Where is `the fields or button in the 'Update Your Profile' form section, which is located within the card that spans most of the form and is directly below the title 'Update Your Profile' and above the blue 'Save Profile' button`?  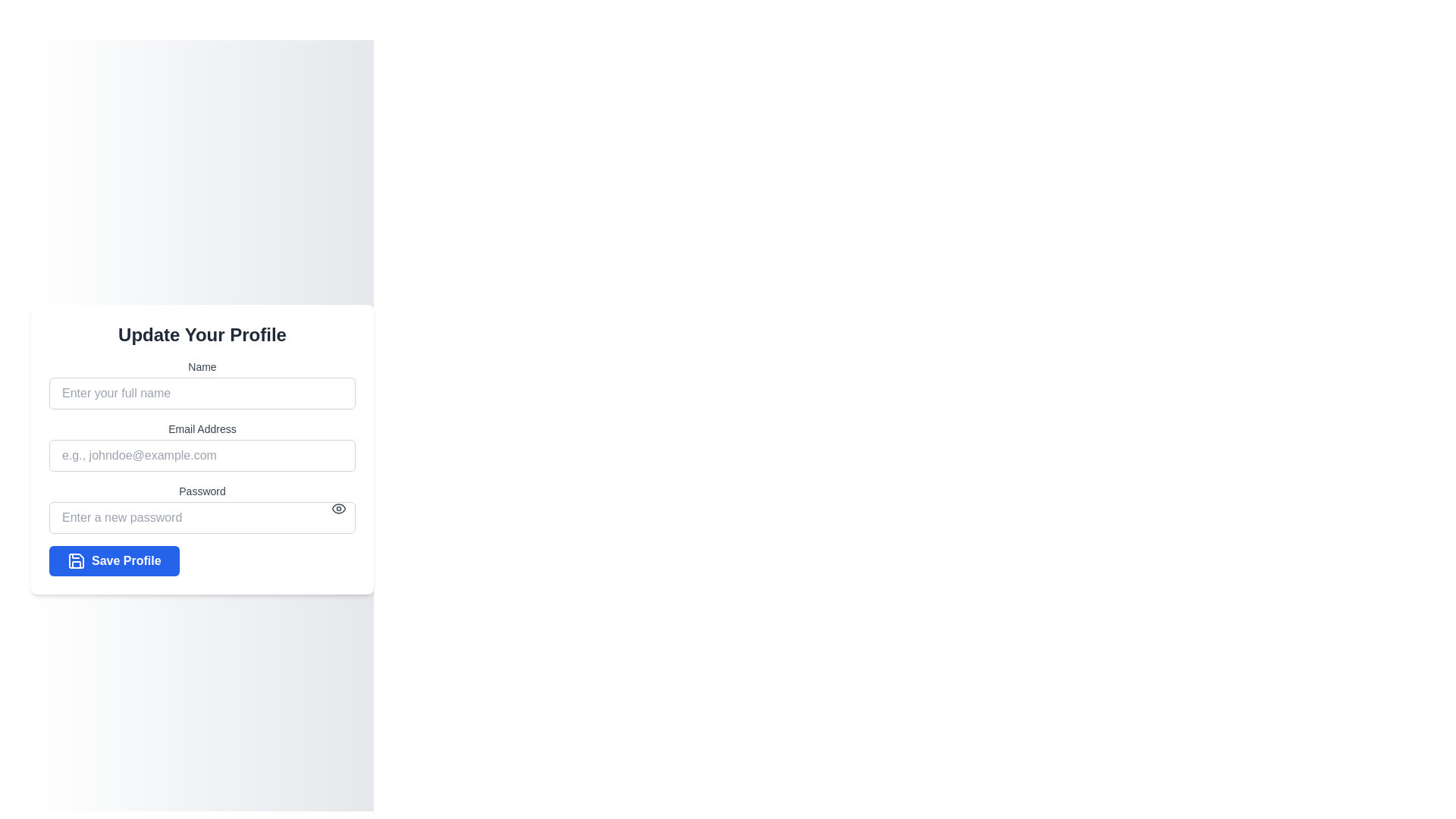
the fields or button in the 'Update Your Profile' form section, which is located within the card that spans most of the form and is directly below the title 'Update Your Profile' and above the blue 'Save Profile' button is located at coordinates (202, 467).